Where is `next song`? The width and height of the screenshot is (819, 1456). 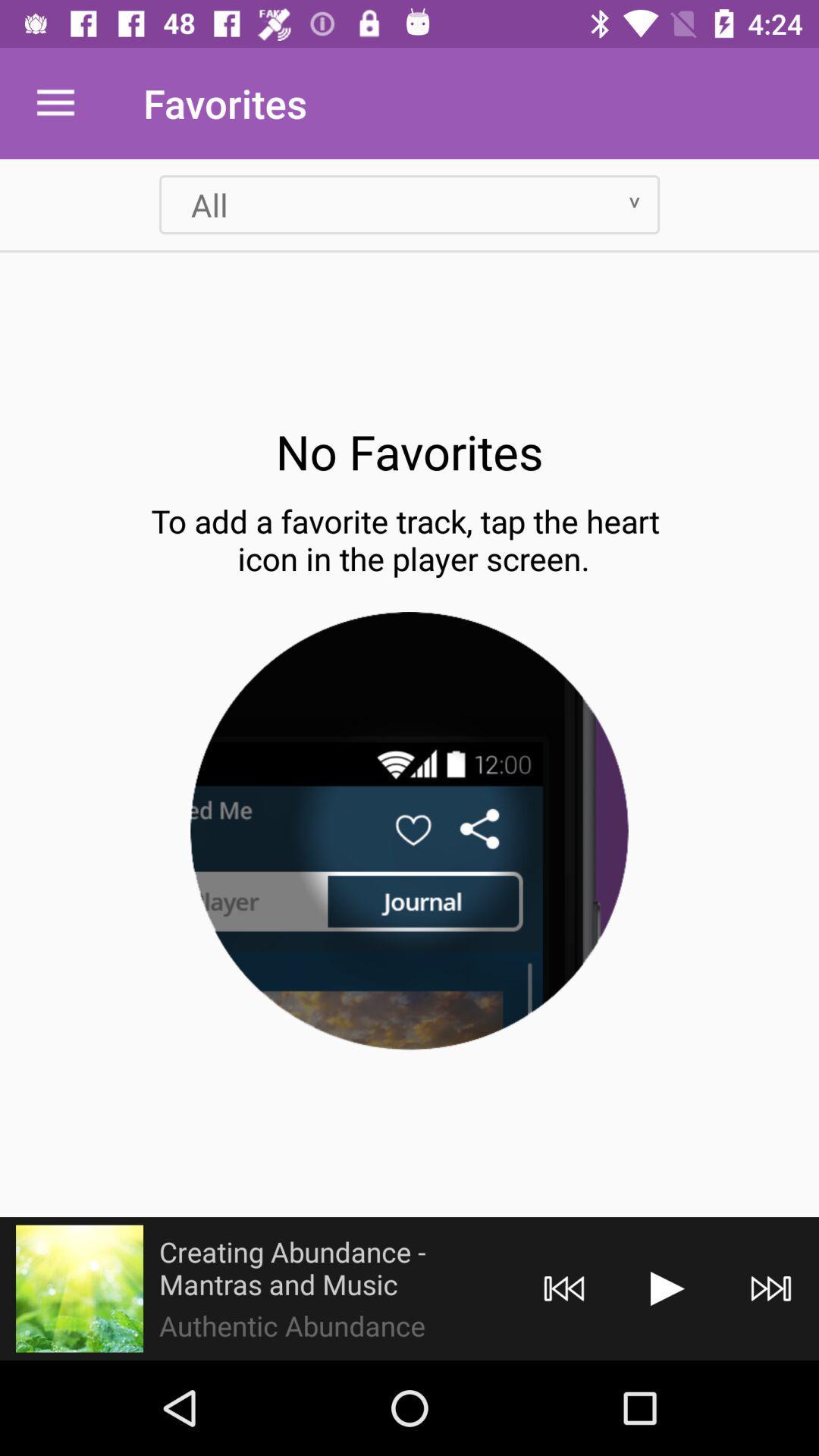 next song is located at coordinates (771, 1288).